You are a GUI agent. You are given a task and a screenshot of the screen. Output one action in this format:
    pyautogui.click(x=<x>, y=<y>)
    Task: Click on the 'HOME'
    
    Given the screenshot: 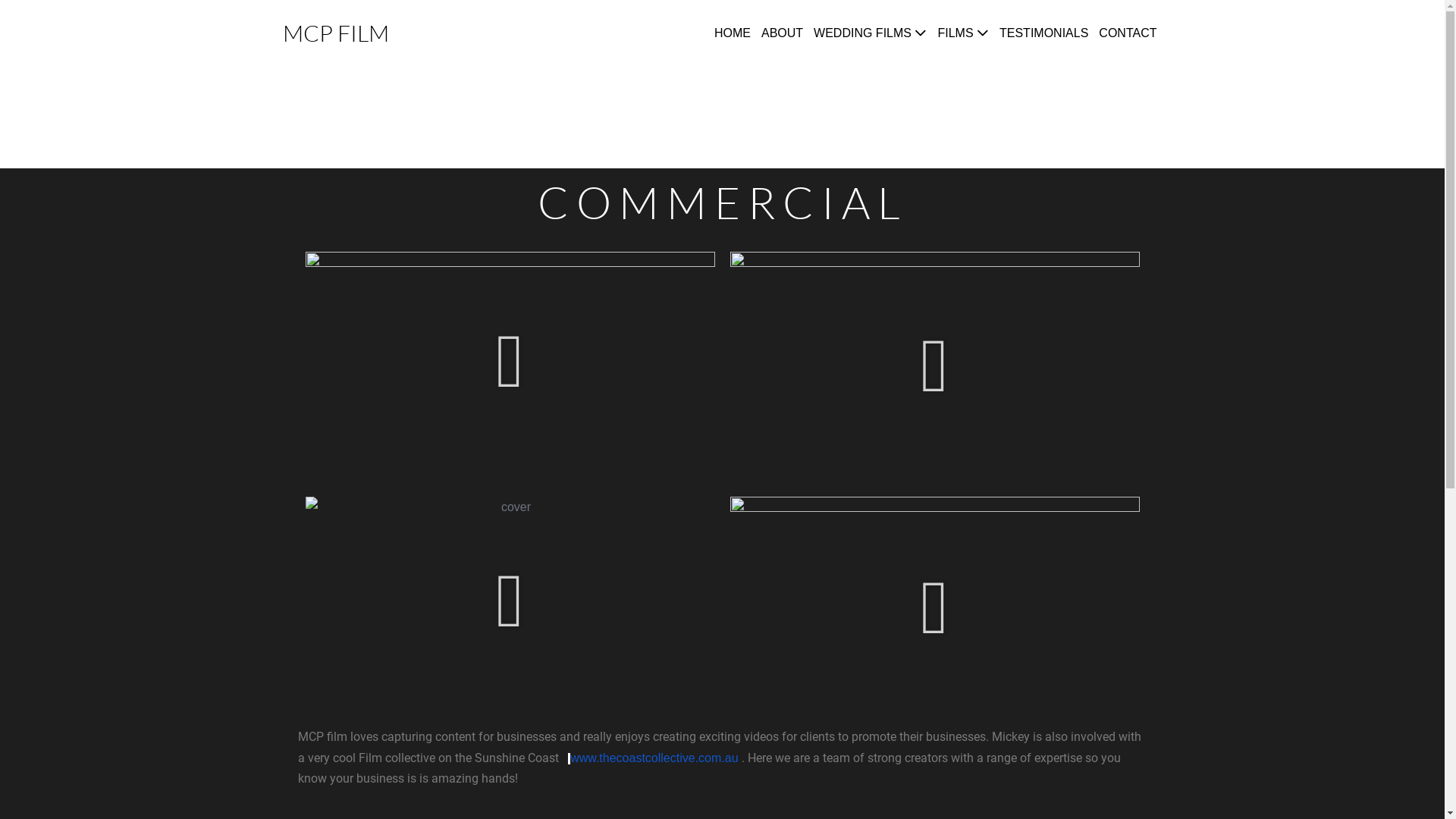 What is the action you would take?
    pyautogui.click(x=732, y=33)
    